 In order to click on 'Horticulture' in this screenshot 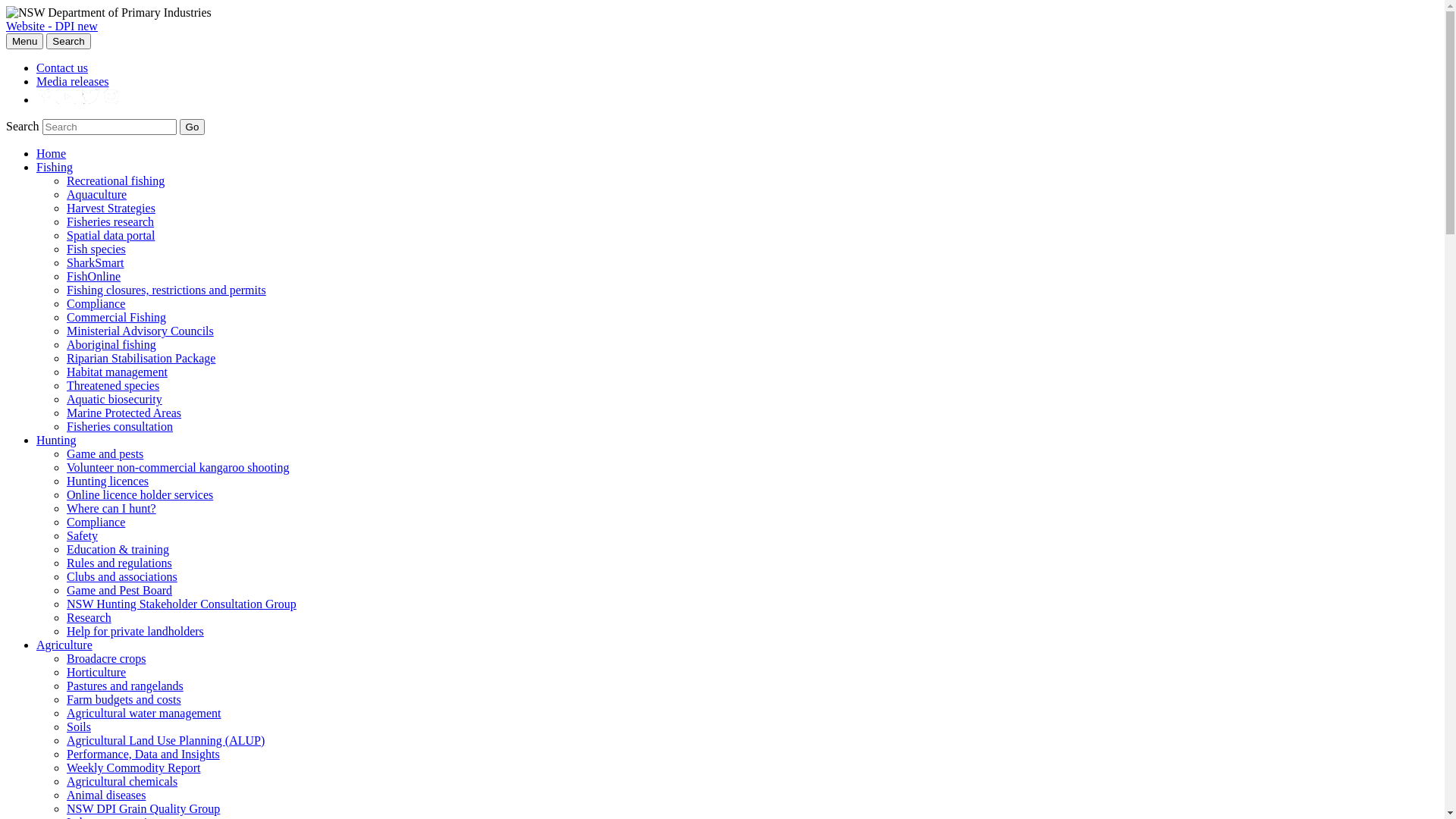, I will do `click(95, 671)`.